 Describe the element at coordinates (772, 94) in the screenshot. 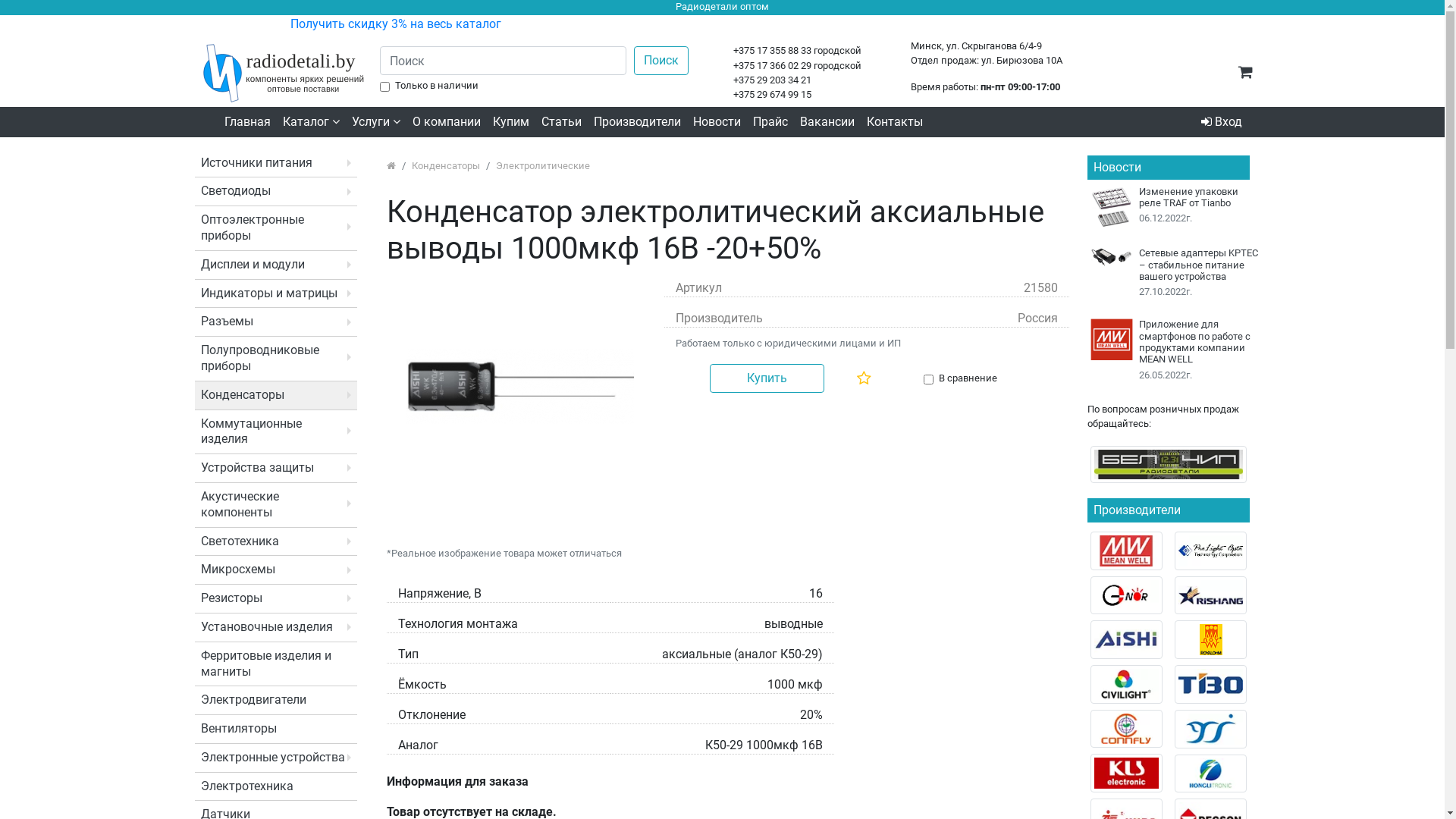

I see `'+375 29 674 99 15'` at that location.